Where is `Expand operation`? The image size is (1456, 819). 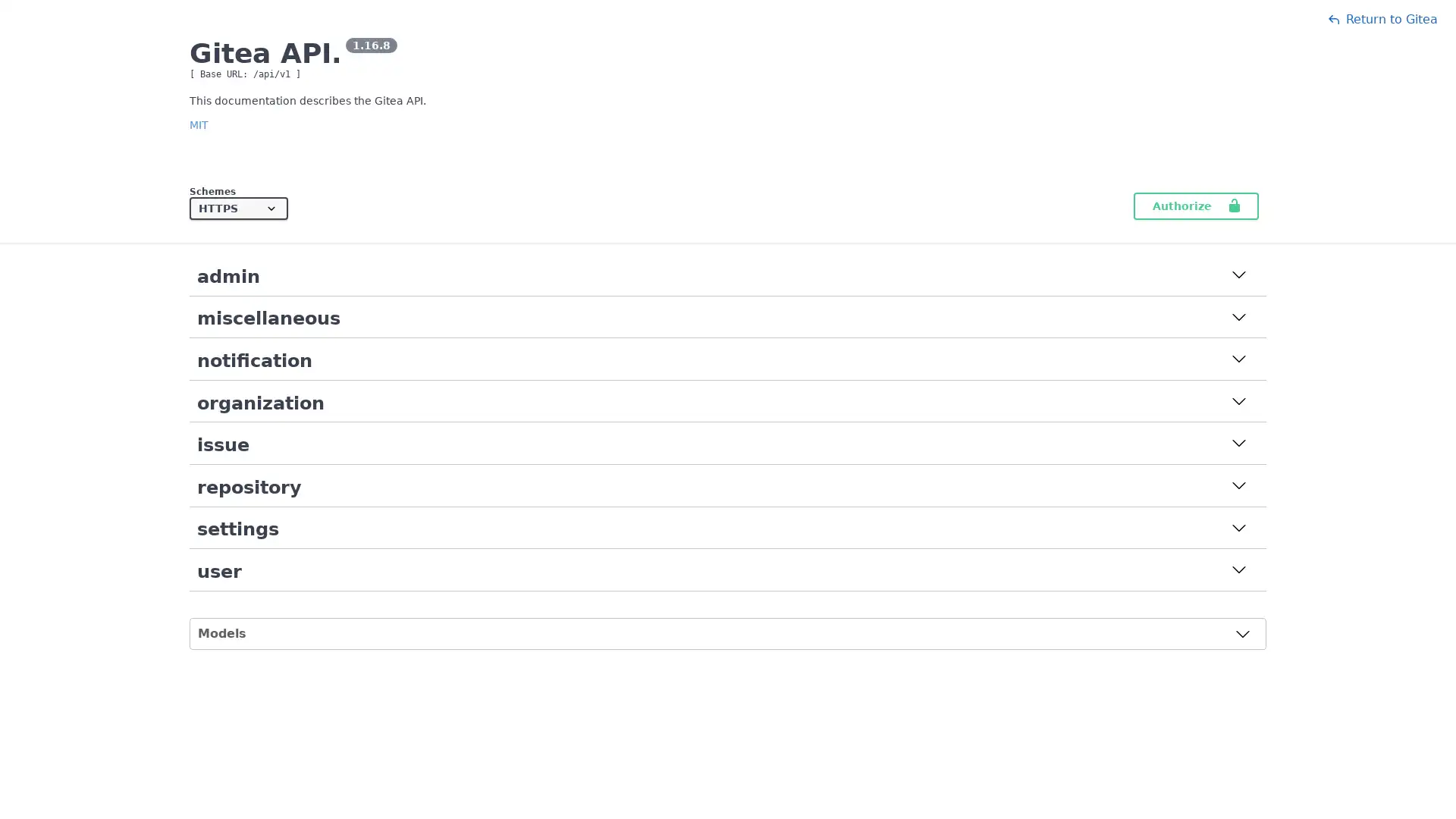
Expand operation is located at coordinates (1238, 444).